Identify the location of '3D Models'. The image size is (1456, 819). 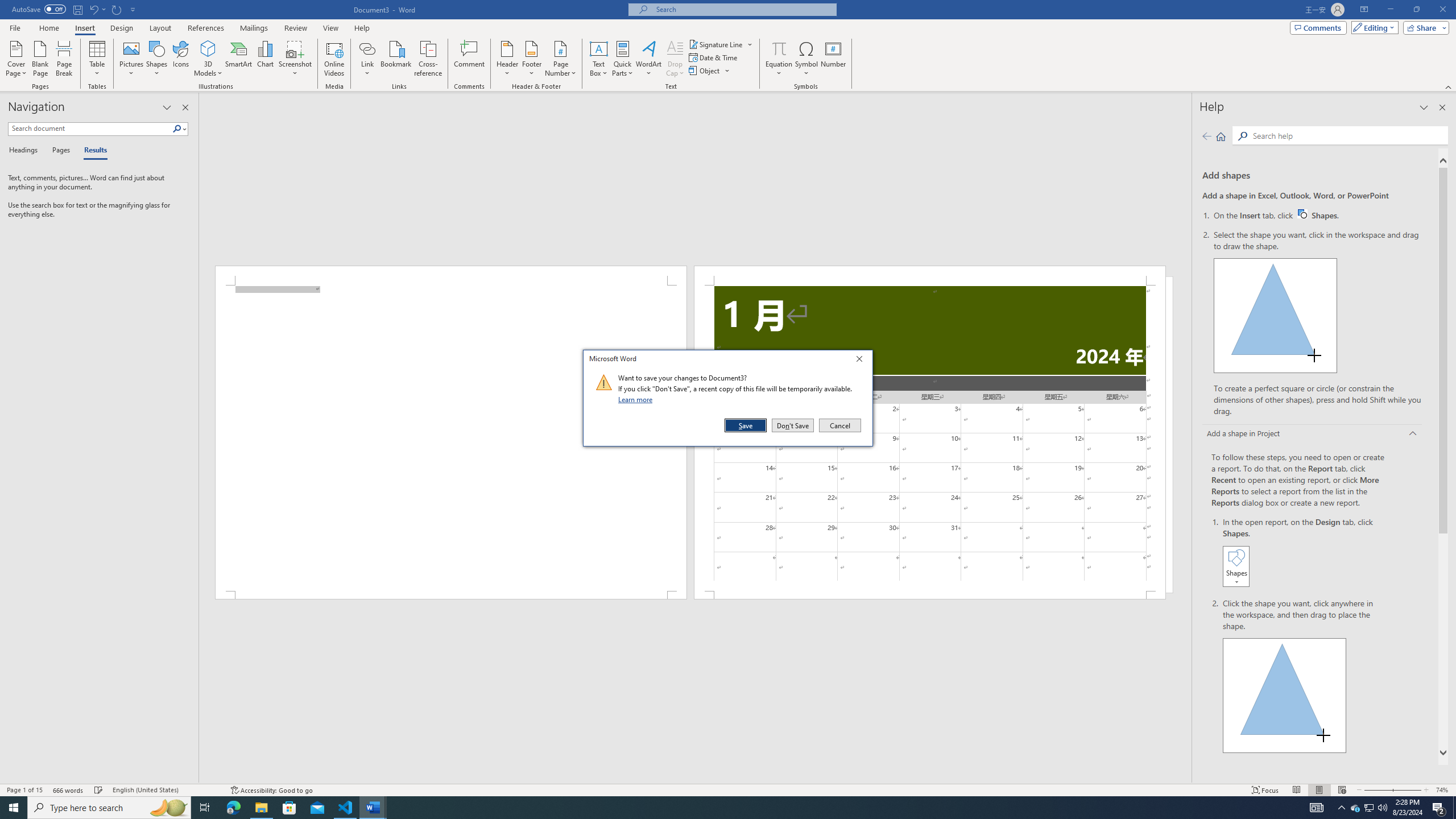
(208, 48).